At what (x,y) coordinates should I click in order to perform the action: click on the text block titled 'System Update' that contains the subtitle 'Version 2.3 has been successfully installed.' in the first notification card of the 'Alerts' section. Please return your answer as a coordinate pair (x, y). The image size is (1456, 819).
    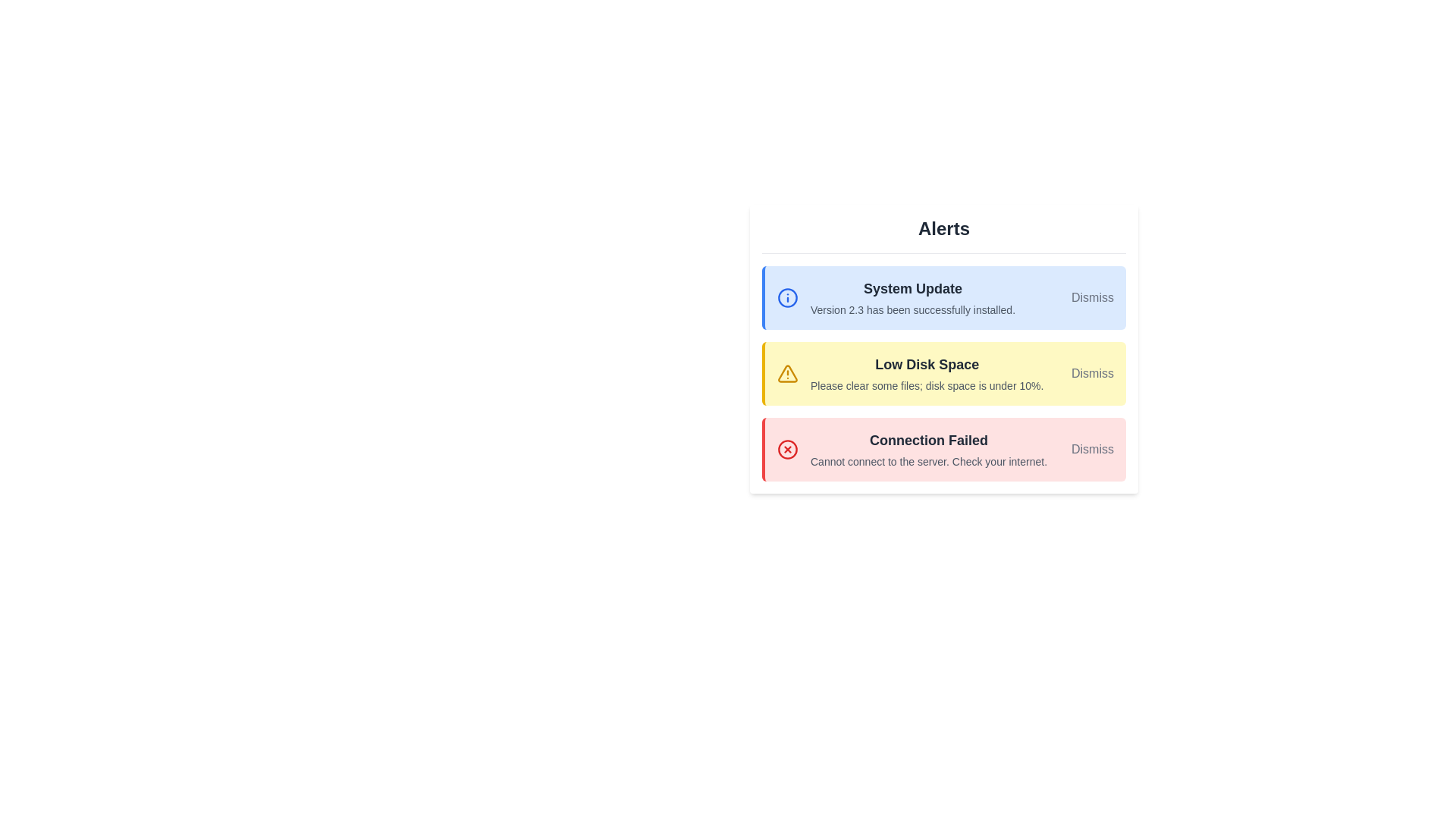
    Looking at the image, I should click on (912, 298).